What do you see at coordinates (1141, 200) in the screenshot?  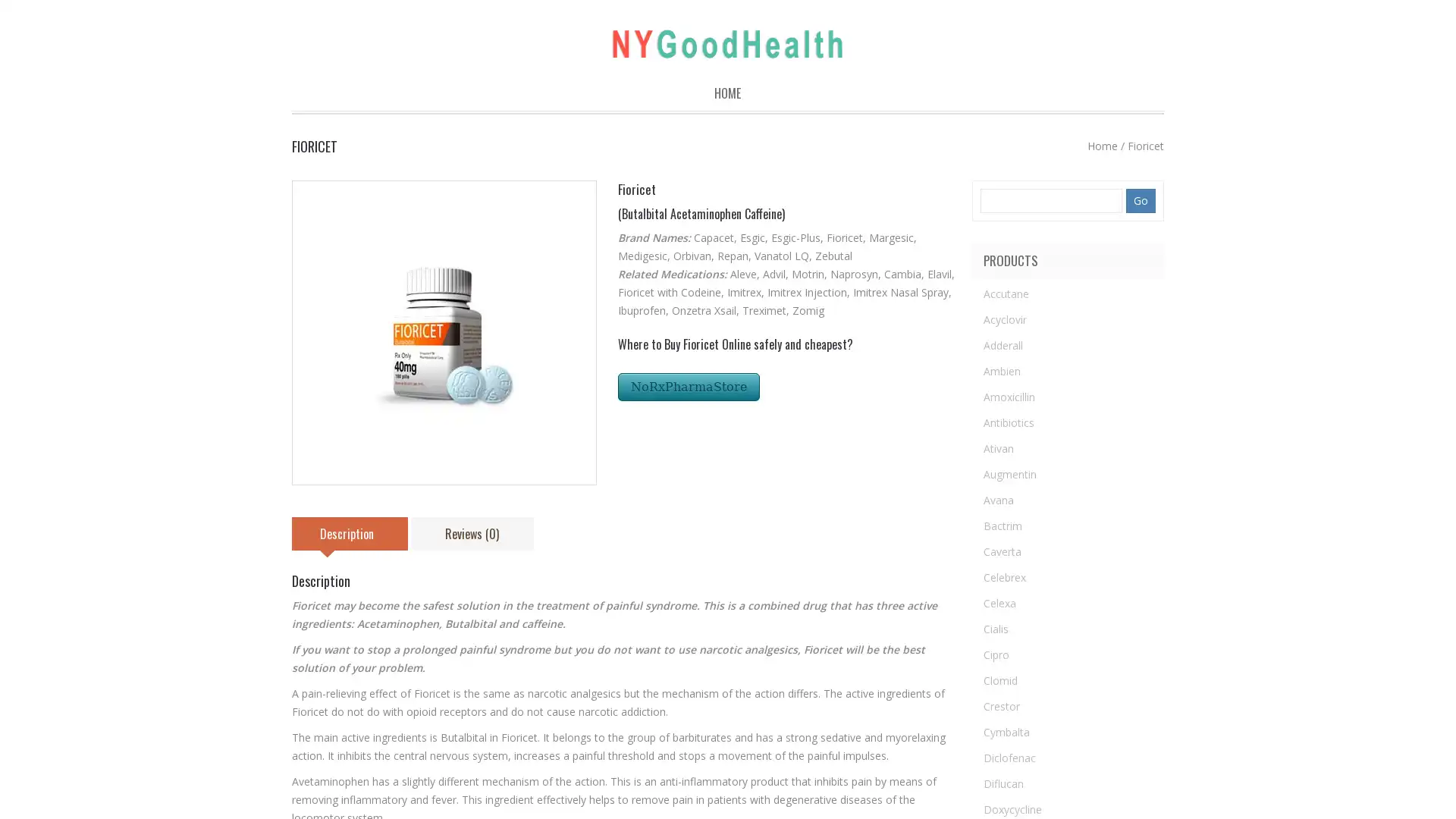 I see `Go` at bounding box center [1141, 200].